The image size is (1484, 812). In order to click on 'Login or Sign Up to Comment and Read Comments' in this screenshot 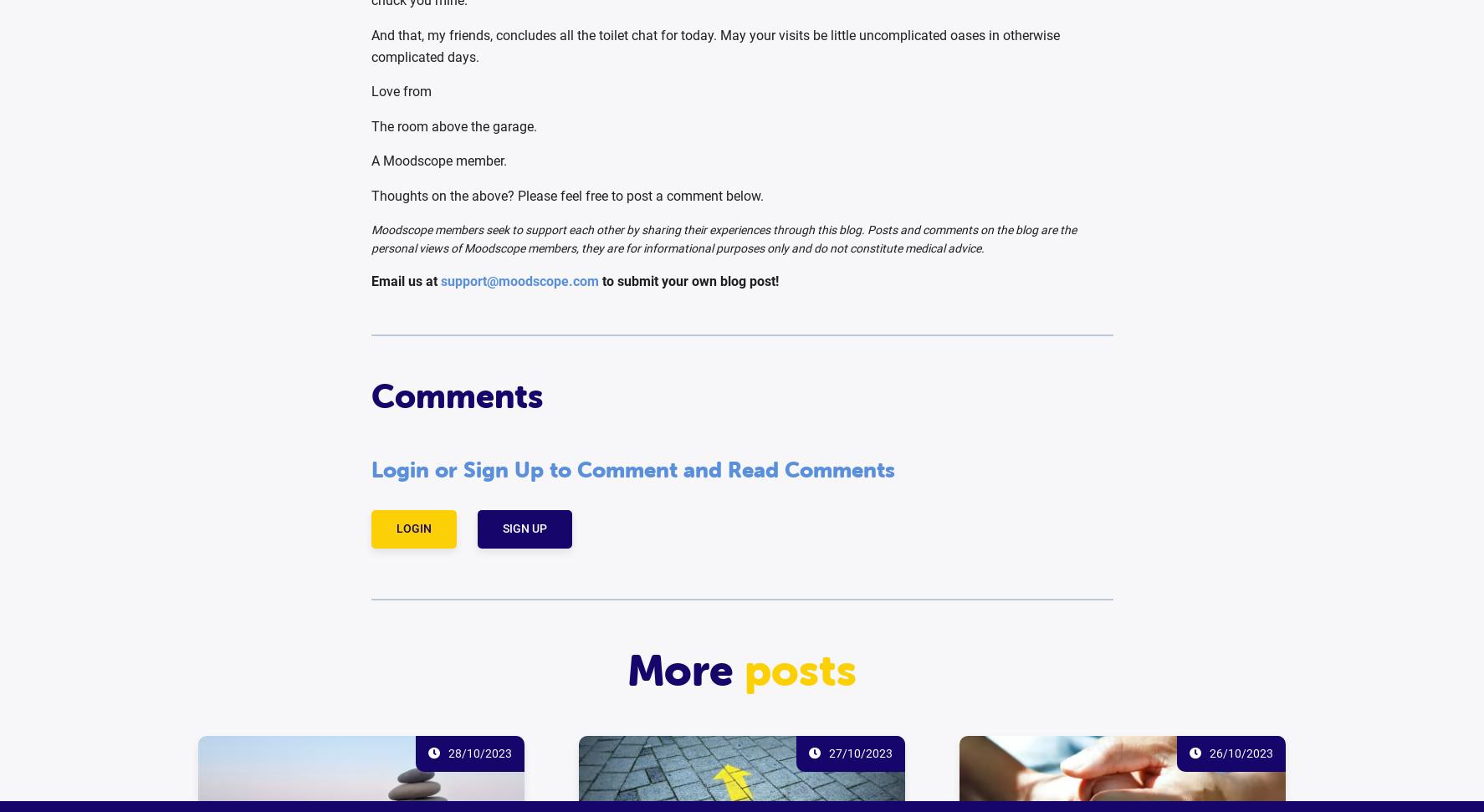, I will do `click(632, 470)`.